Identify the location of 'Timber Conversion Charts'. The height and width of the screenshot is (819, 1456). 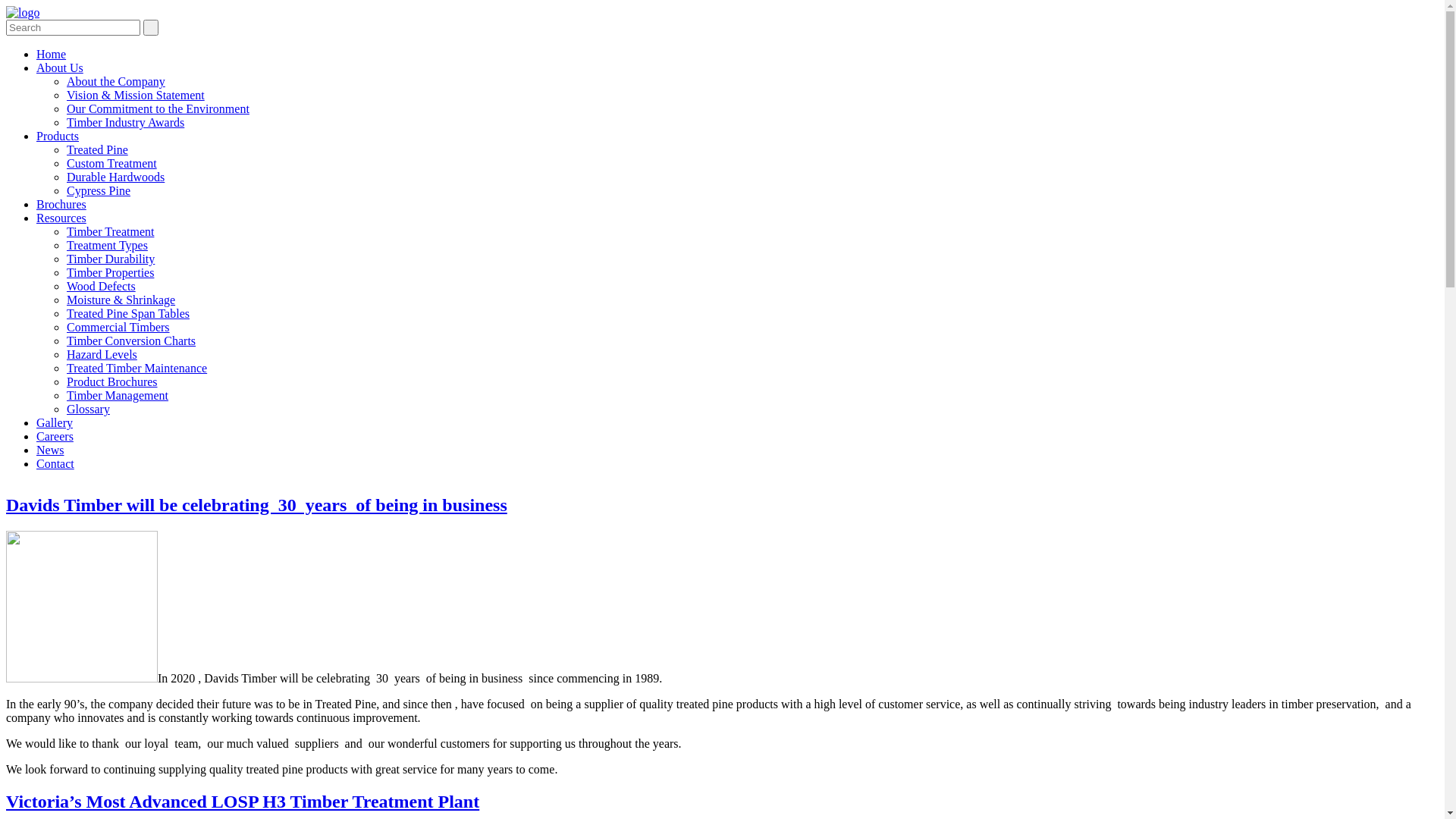
(130, 340).